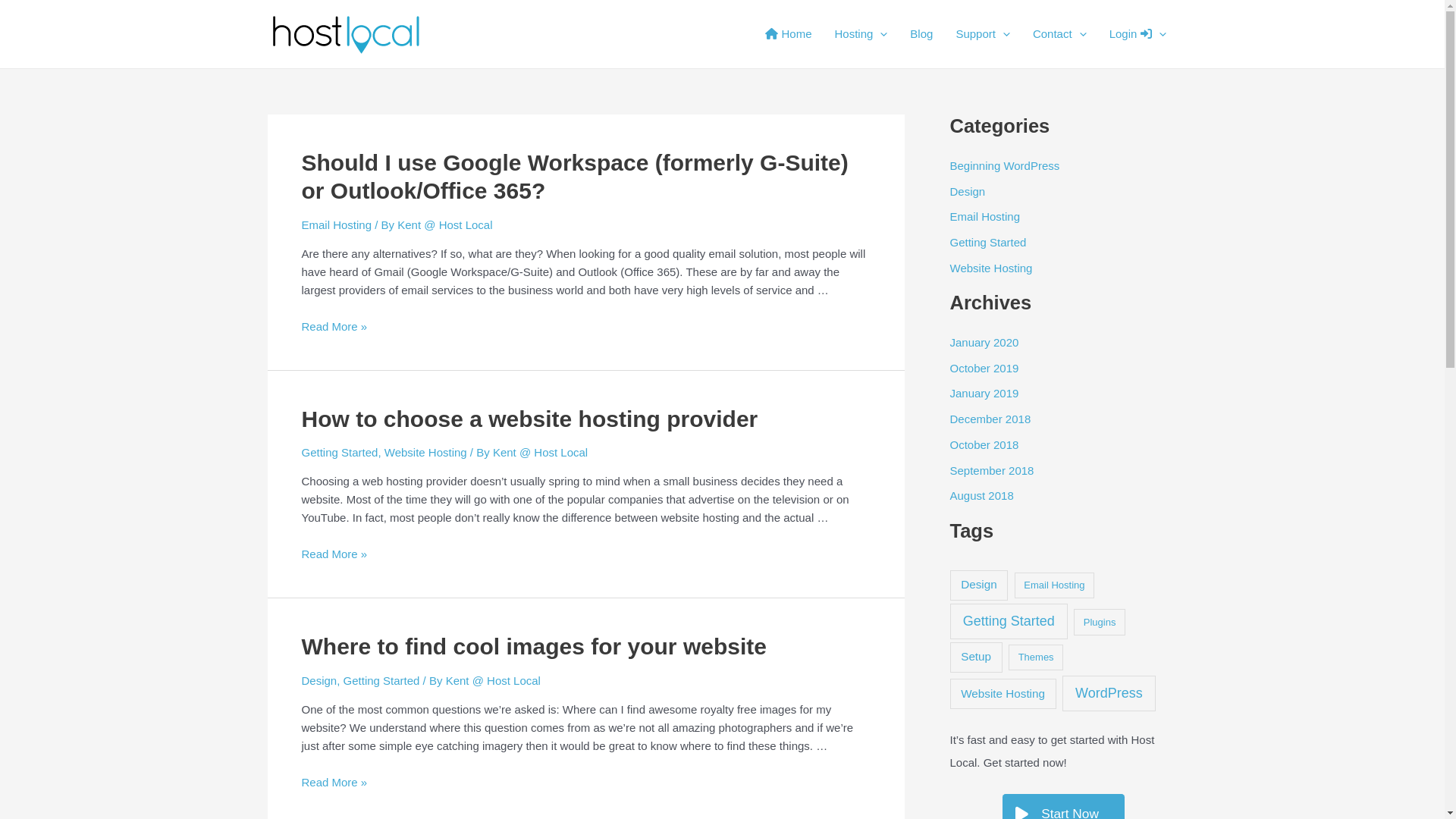 The image size is (1456, 819). I want to click on 'Blog', so click(920, 34).